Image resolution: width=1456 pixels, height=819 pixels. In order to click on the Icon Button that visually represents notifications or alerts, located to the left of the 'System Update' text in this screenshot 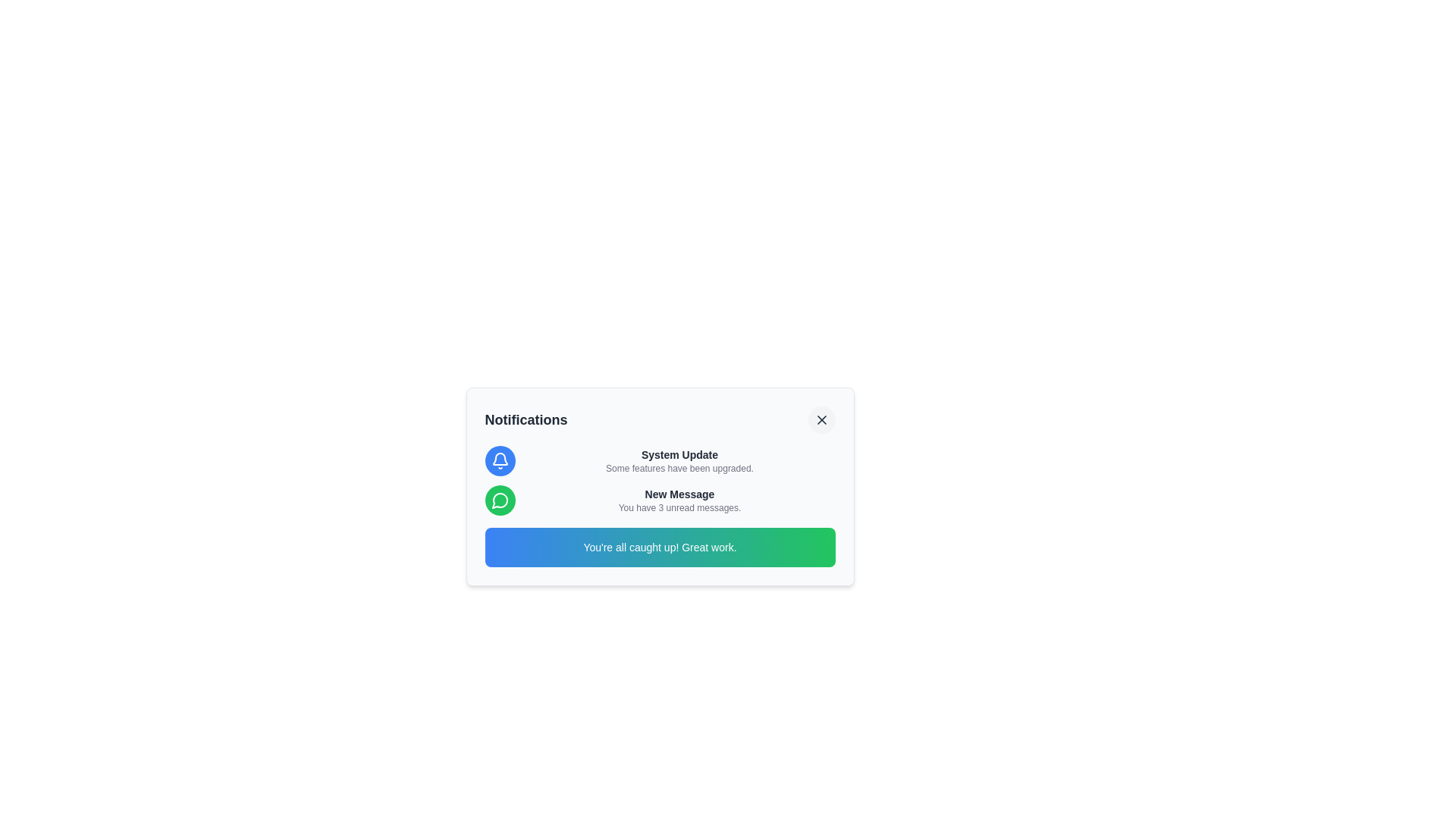, I will do `click(500, 460)`.